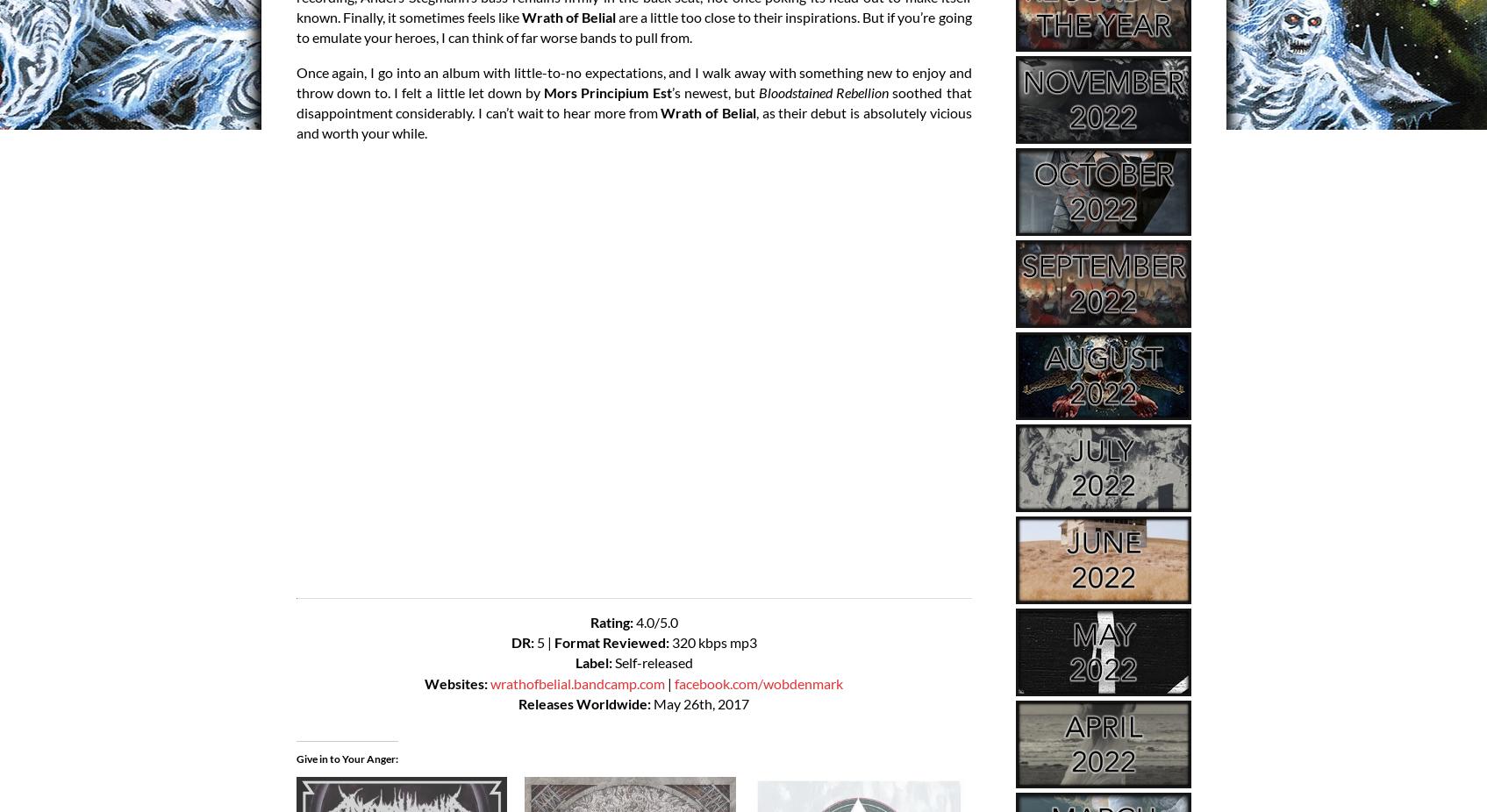 The image size is (1487, 812). What do you see at coordinates (592, 662) in the screenshot?
I see `'Label:'` at bounding box center [592, 662].